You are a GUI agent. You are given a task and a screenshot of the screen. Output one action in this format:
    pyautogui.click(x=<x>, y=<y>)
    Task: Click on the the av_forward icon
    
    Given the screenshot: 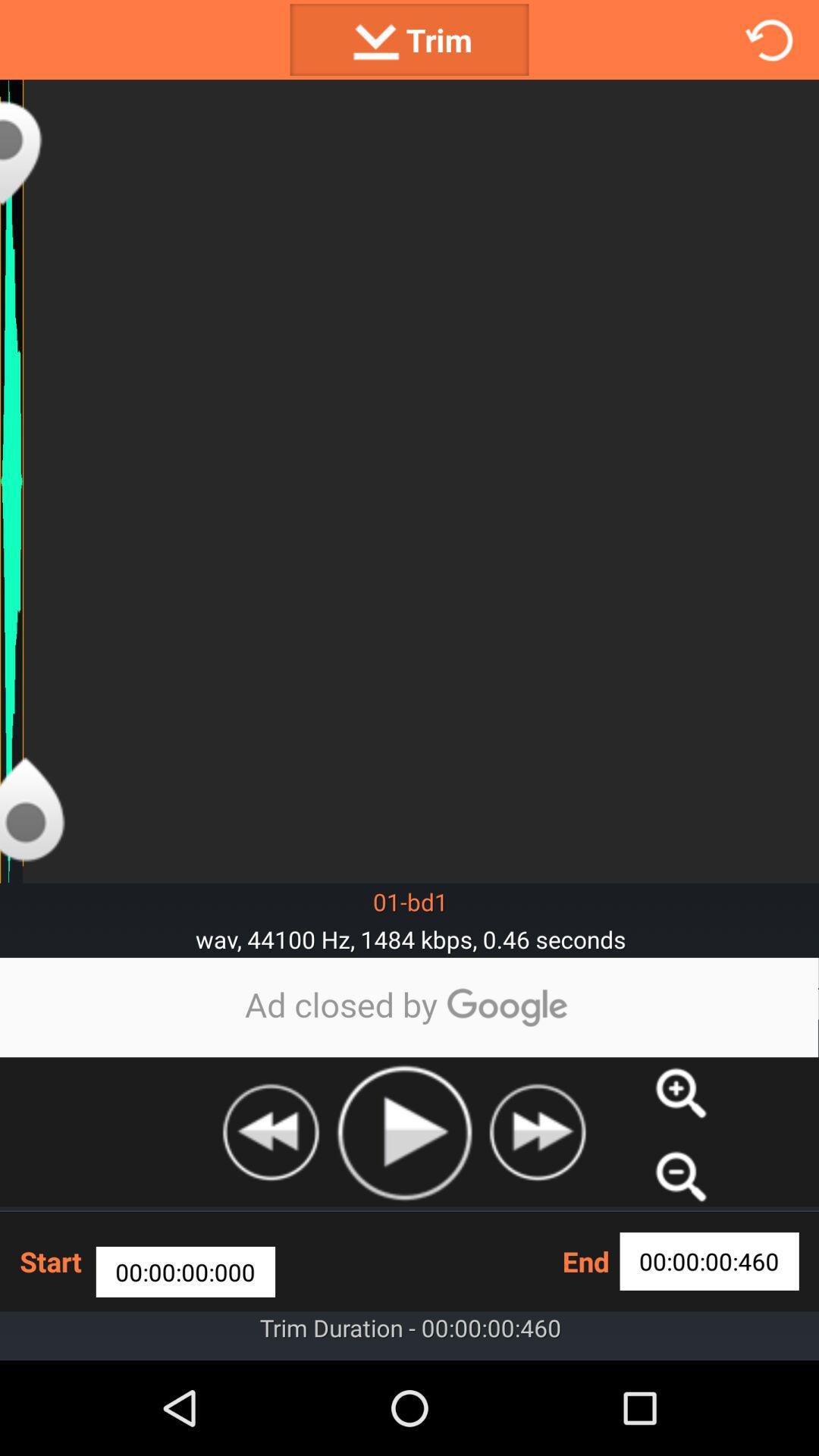 What is the action you would take?
    pyautogui.click(x=536, y=1210)
    